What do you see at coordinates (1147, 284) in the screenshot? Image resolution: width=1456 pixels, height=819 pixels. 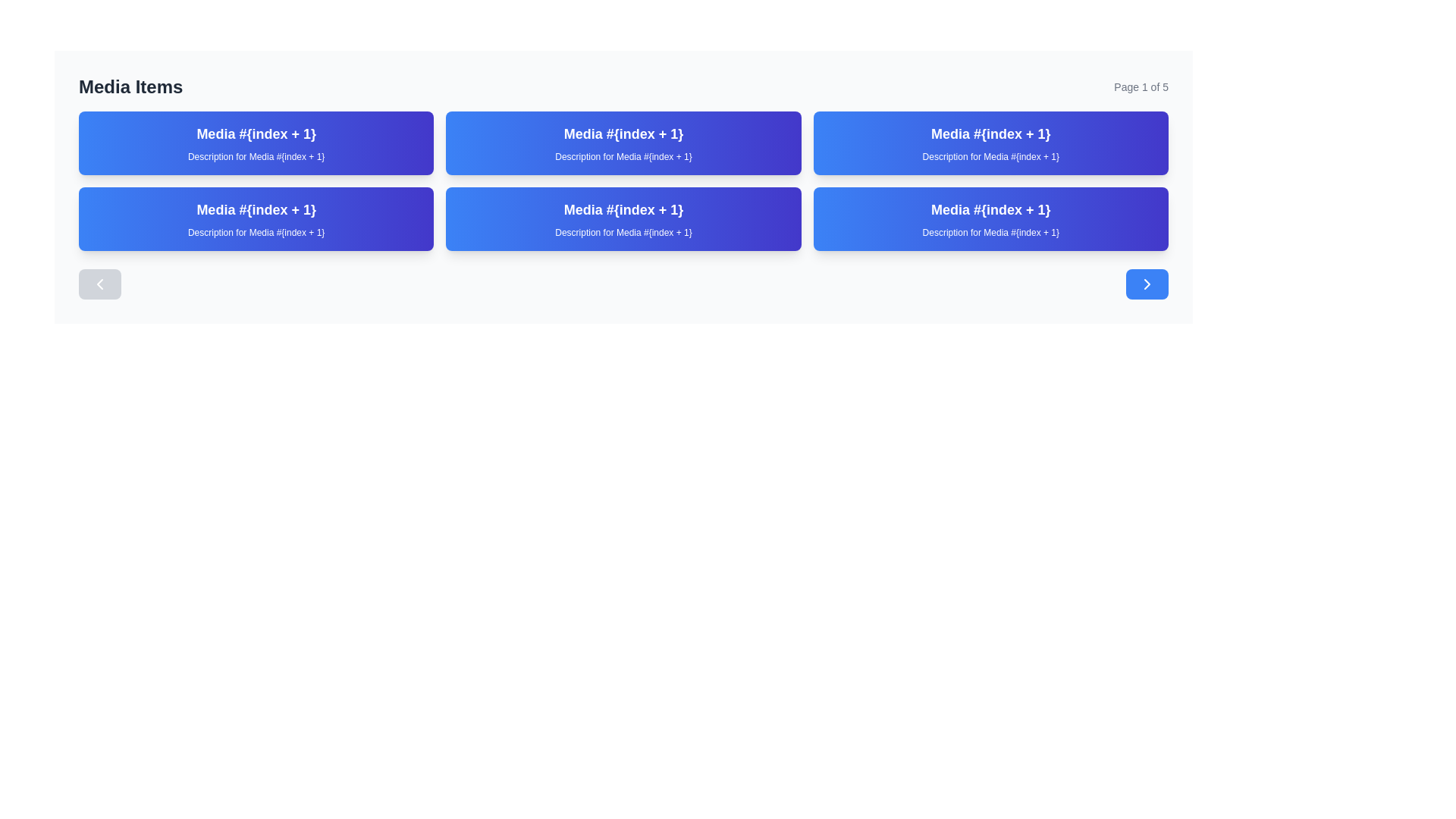 I see `the blue button with a white chevron pointing right` at bounding box center [1147, 284].